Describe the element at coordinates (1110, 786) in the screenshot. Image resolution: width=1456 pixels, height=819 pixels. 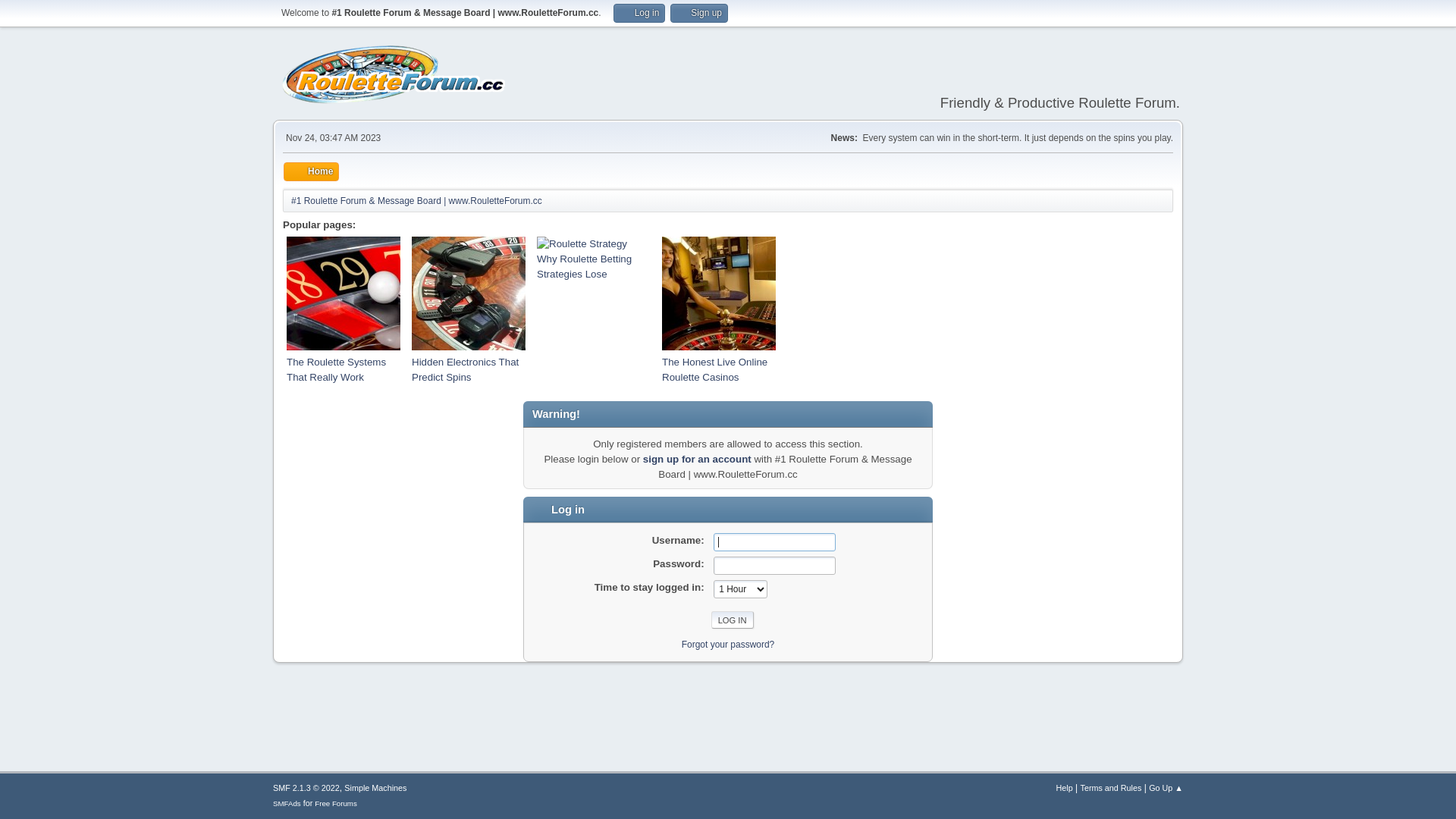
I see `'Terms and Rules'` at that location.